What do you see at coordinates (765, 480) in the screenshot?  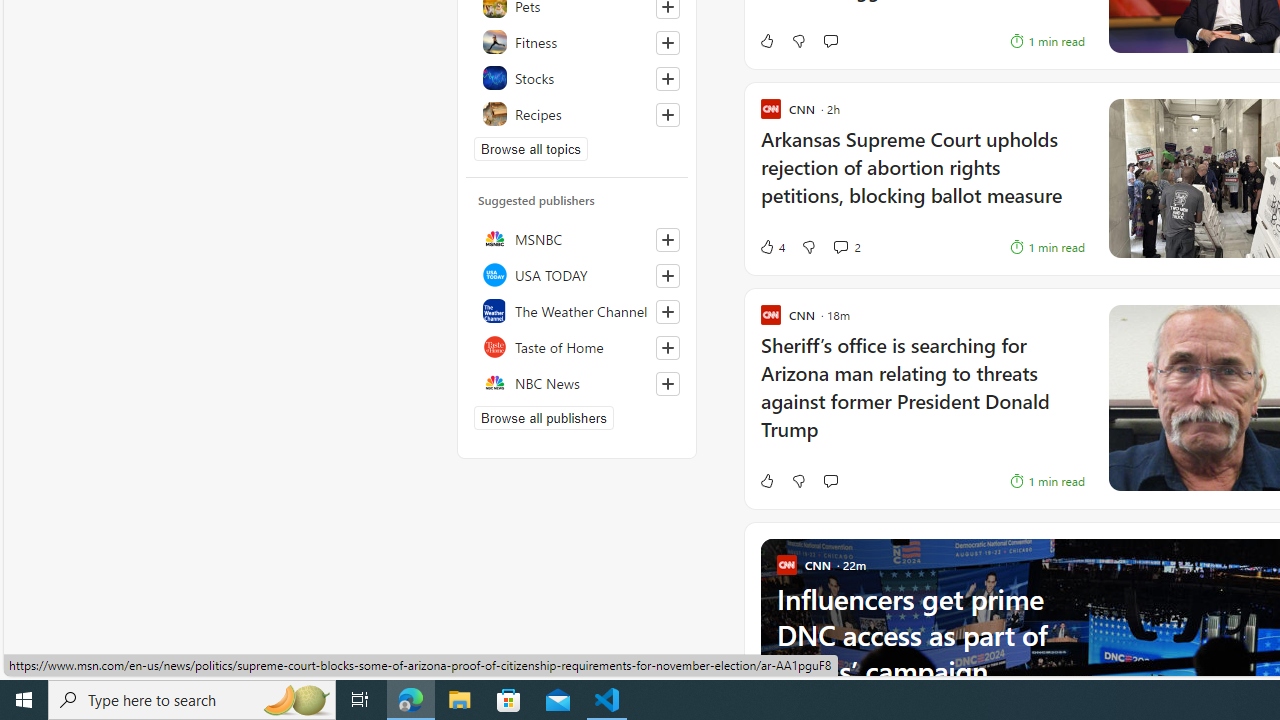 I see `'Like'` at bounding box center [765, 480].